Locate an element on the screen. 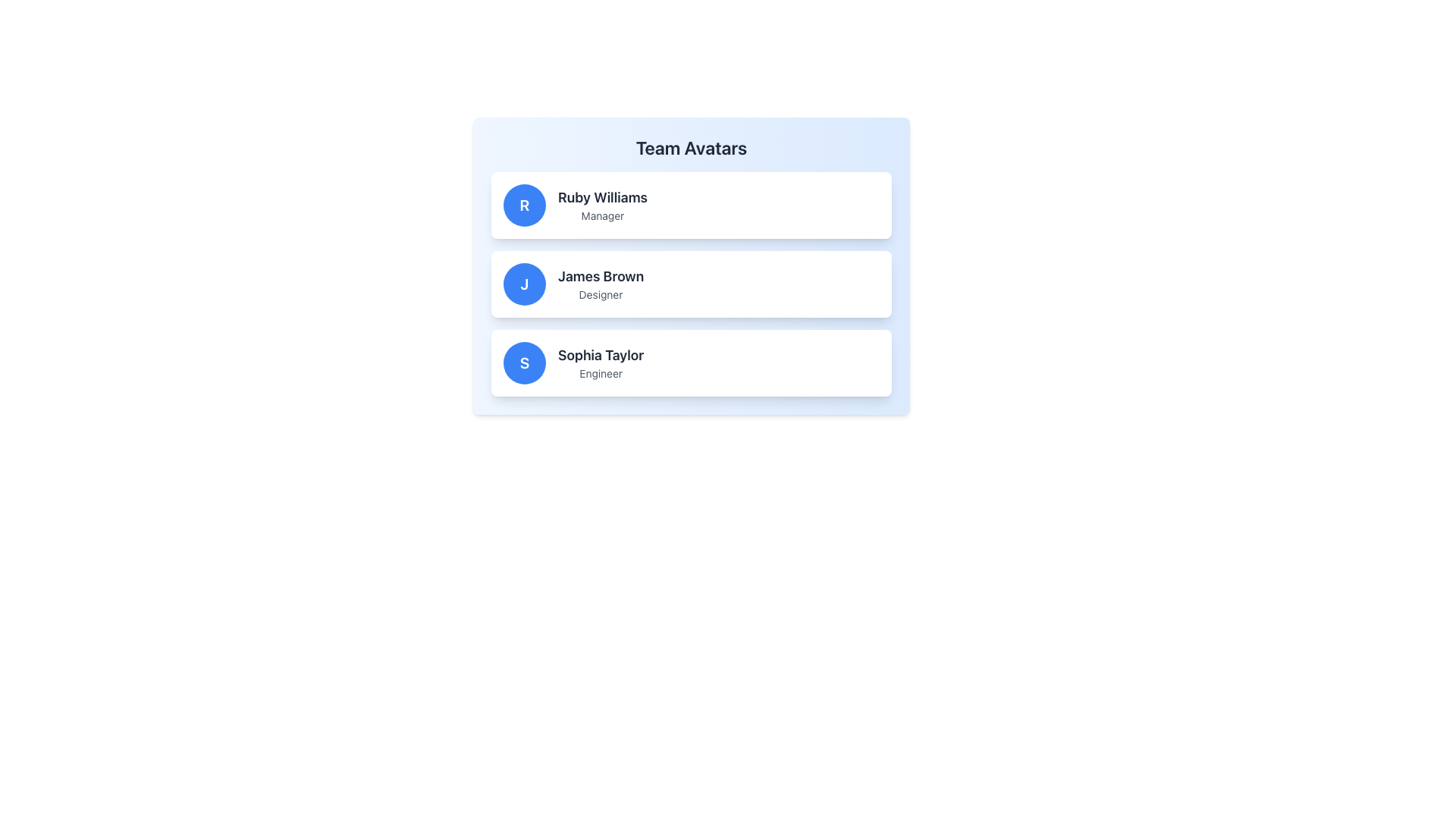  the text label 'Sophia Taylor' which is styled in bold and dark gray, located in the bottom card of the 'Team Avatars' group, above the 'Engineer' label is located at coordinates (600, 356).